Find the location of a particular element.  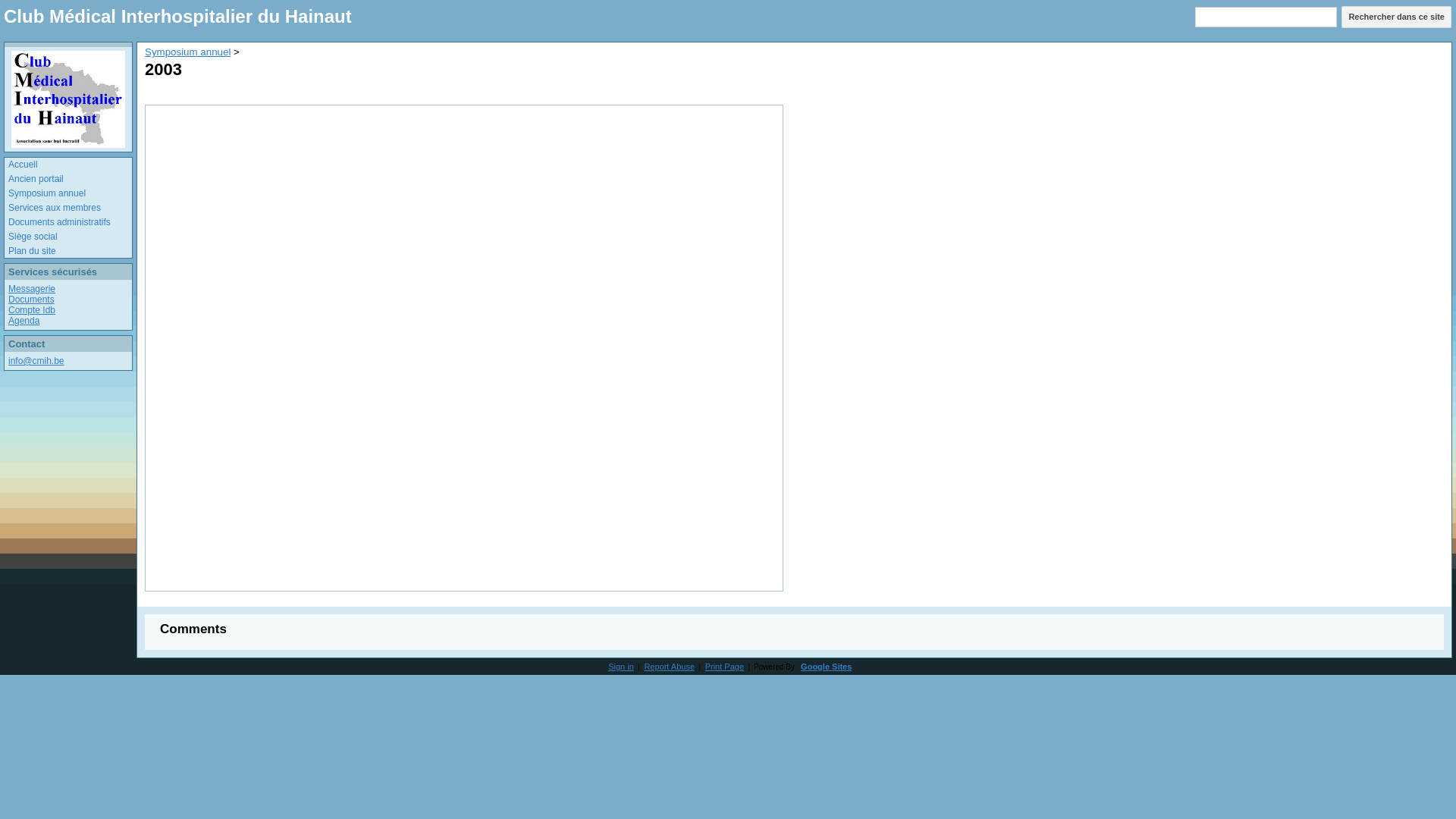

'Symposium annuel' is located at coordinates (145, 51).